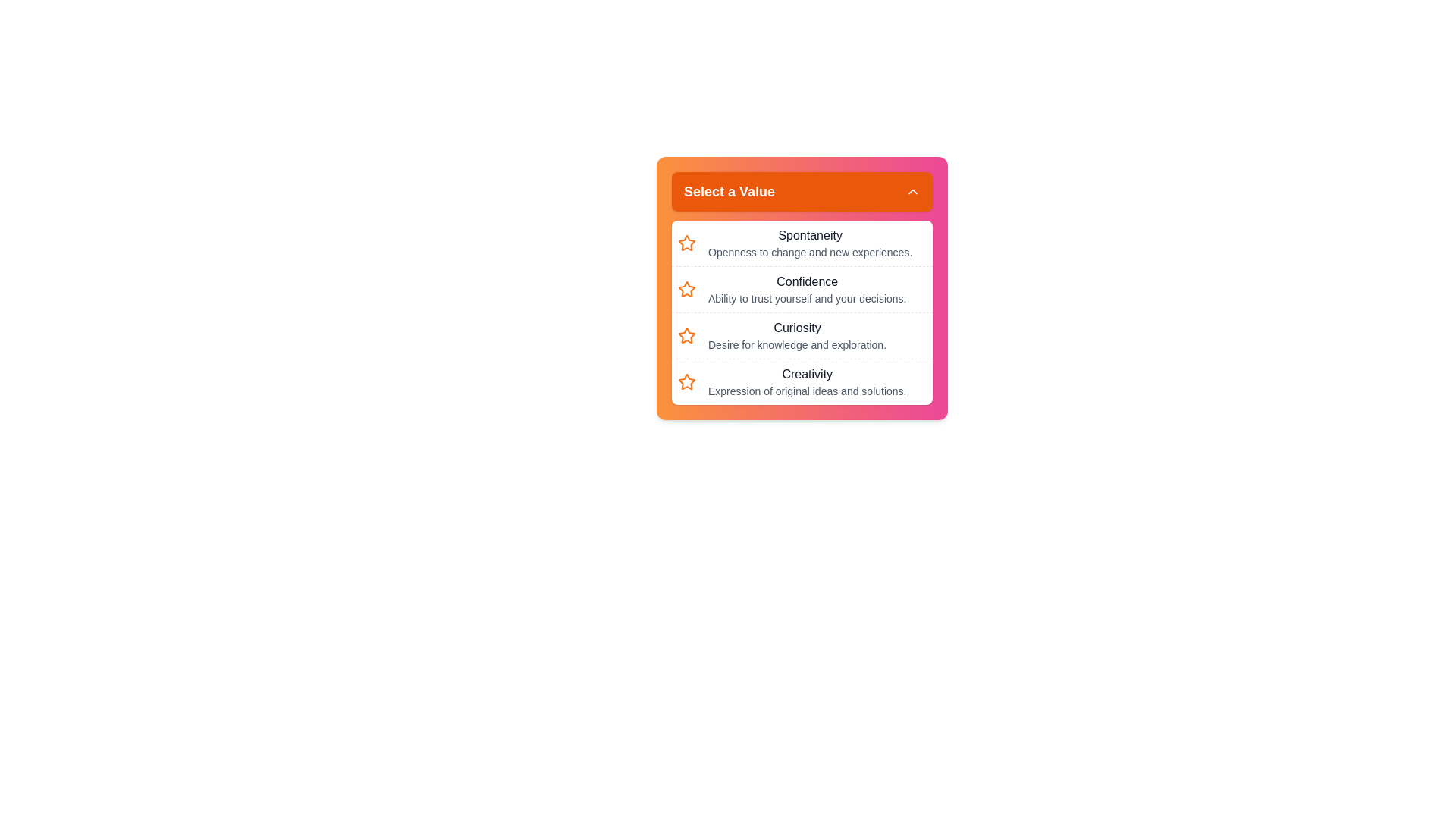 The height and width of the screenshot is (819, 1456). I want to click on descriptive text located within the 'Creativity' item of the dropdown list titled 'Select a Value', specifically the second line directly below its title, so click(806, 391).